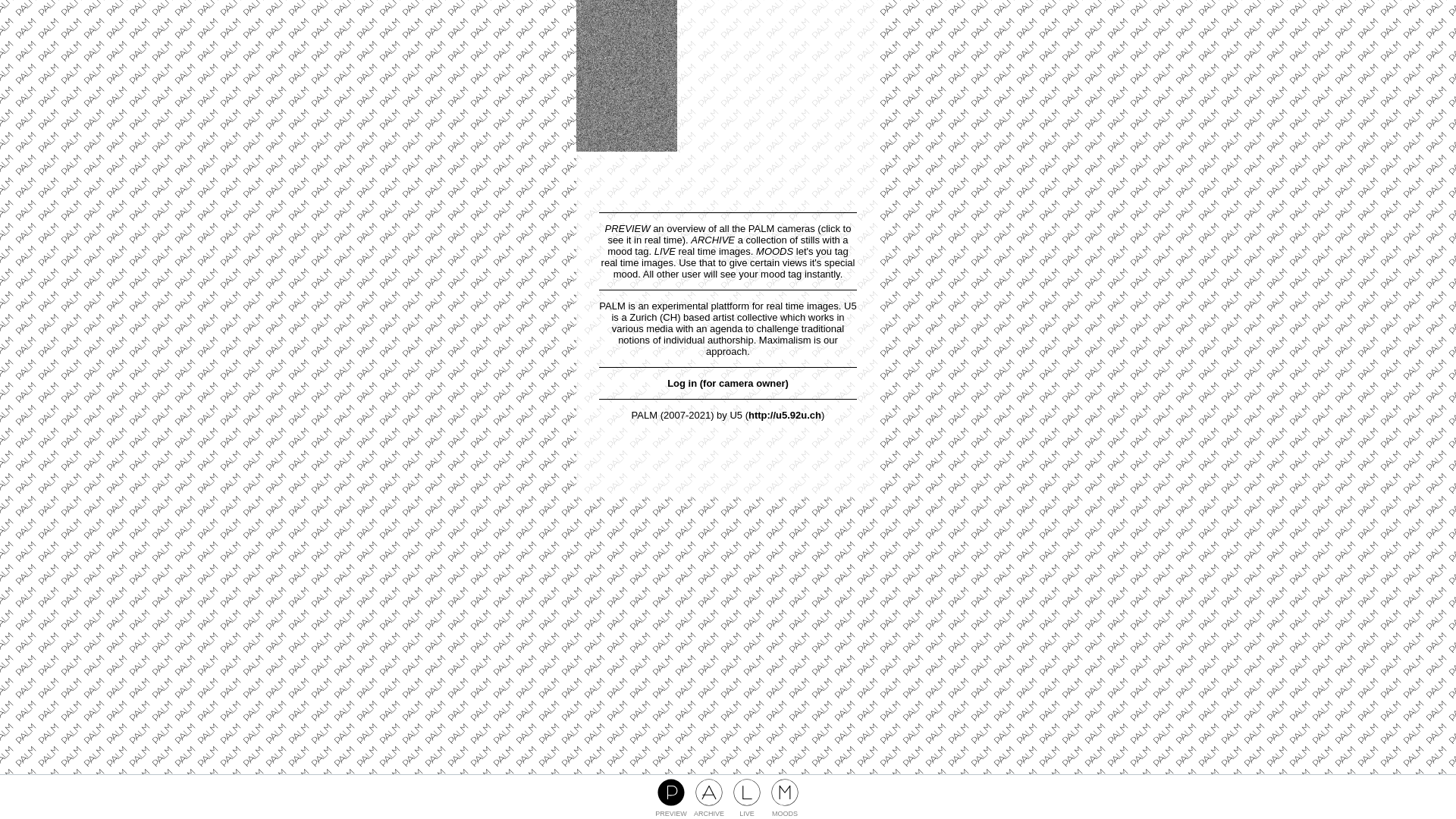 The image size is (1456, 819). I want to click on 'http://u5.92u.ch', so click(748, 415).